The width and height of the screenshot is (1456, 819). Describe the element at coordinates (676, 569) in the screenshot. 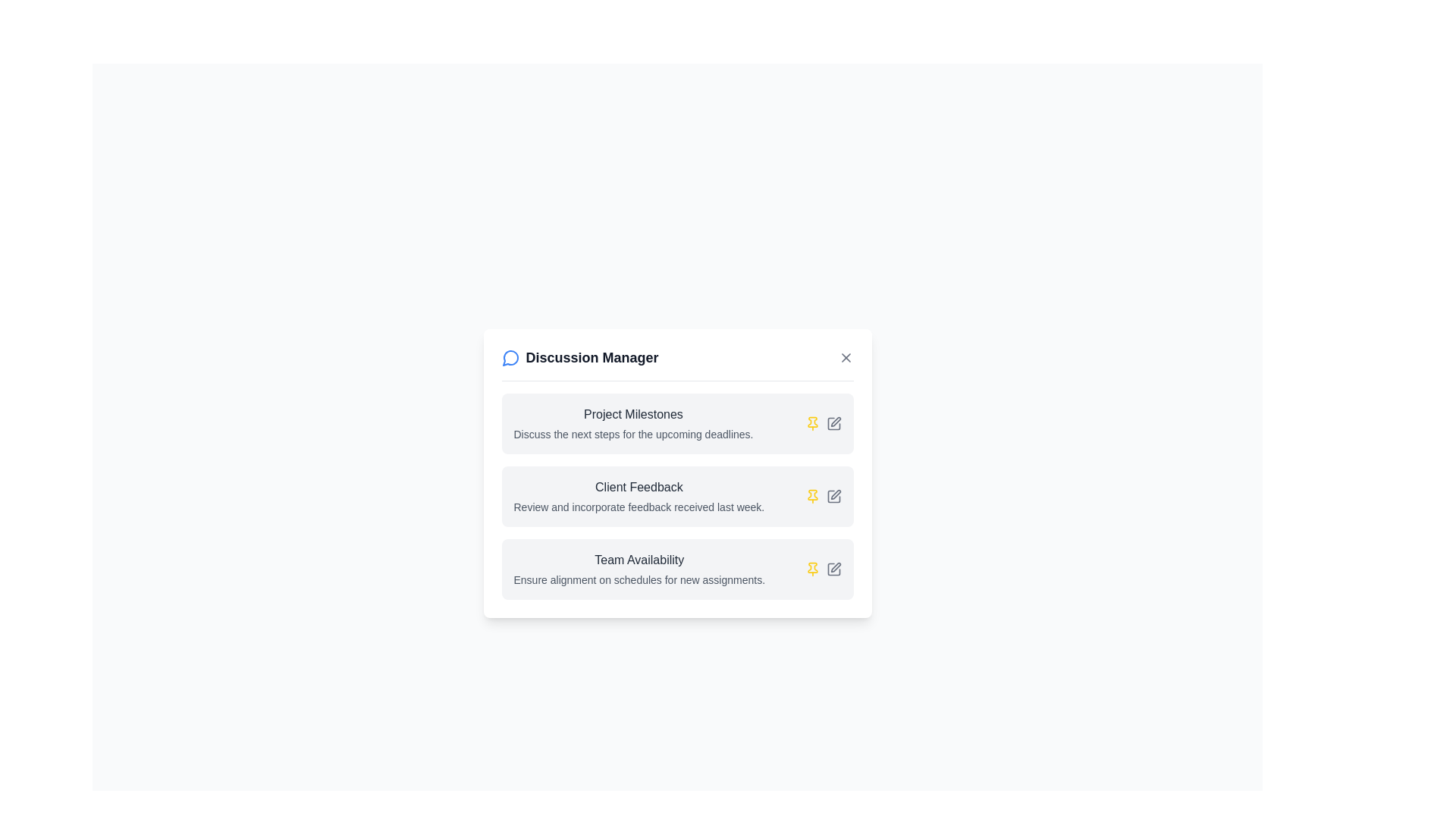

I see `the third card in the 'Discussion Manager' section that presents information about team availability` at that location.